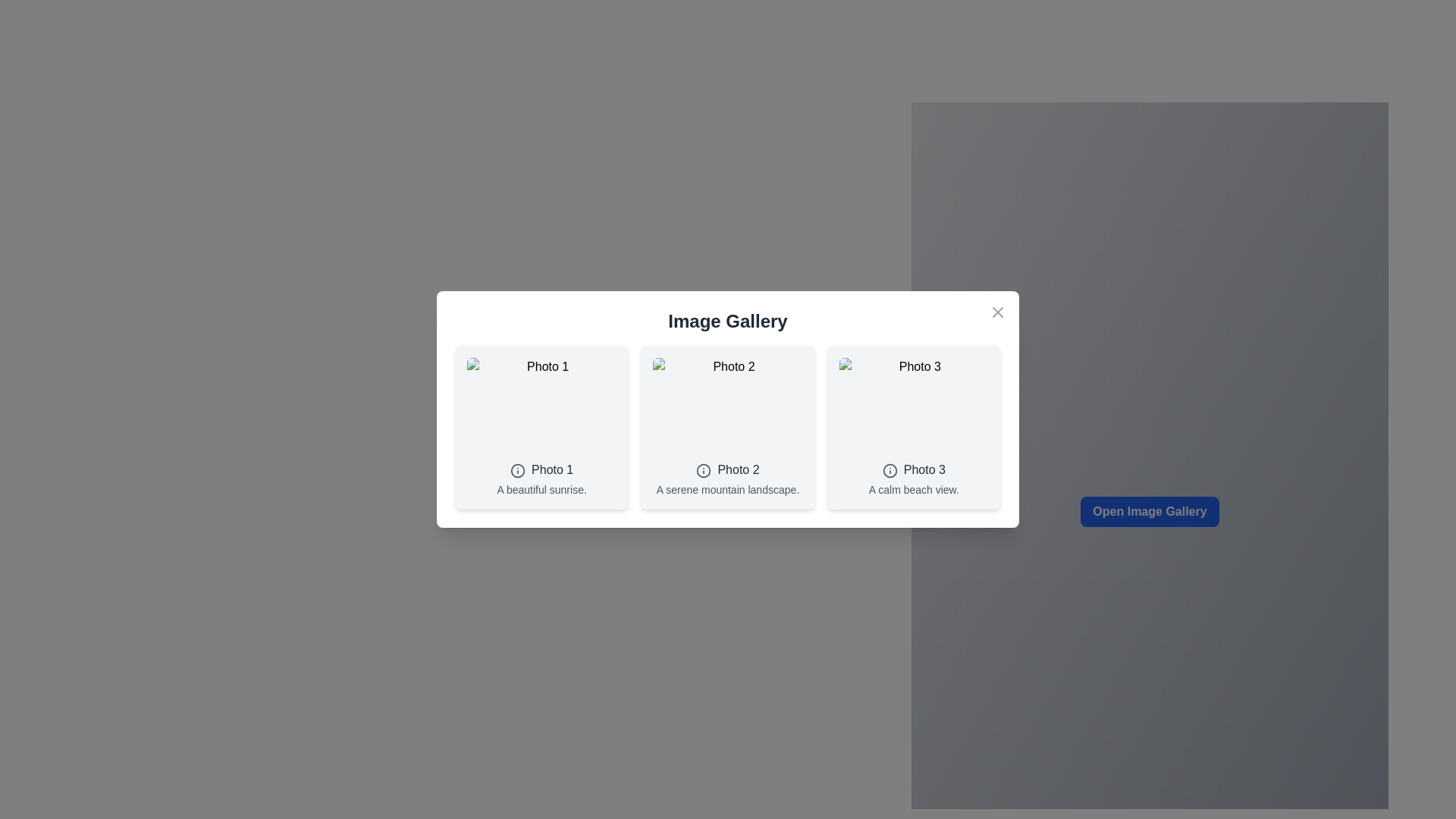 This screenshot has height=819, width=1456. Describe the element at coordinates (703, 469) in the screenshot. I see `the icon located at the bottom-left corner of the card labeled 'Photo 2' in the image gallery interface` at that location.